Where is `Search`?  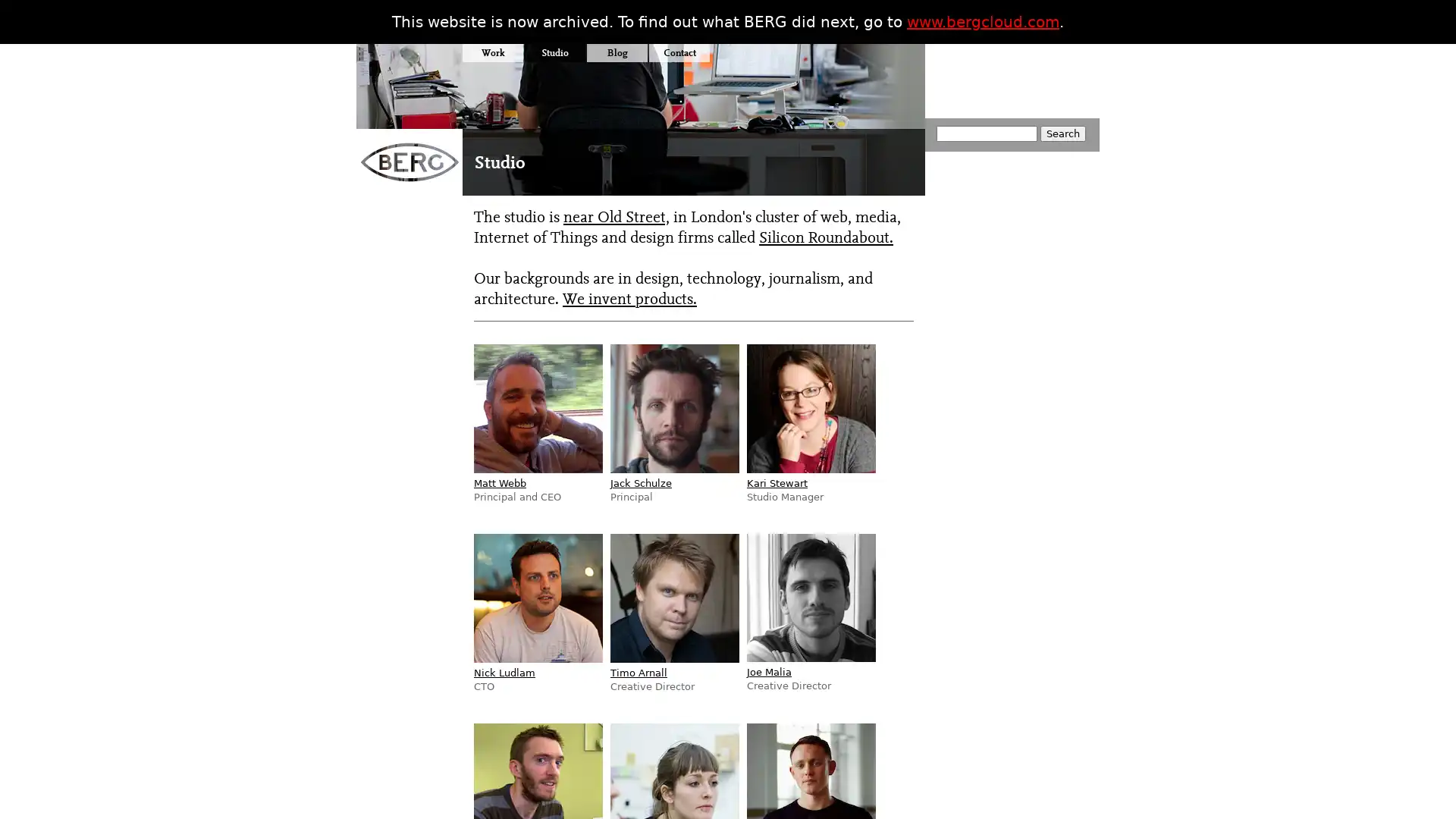 Search is located at coordinates (1062, 133).